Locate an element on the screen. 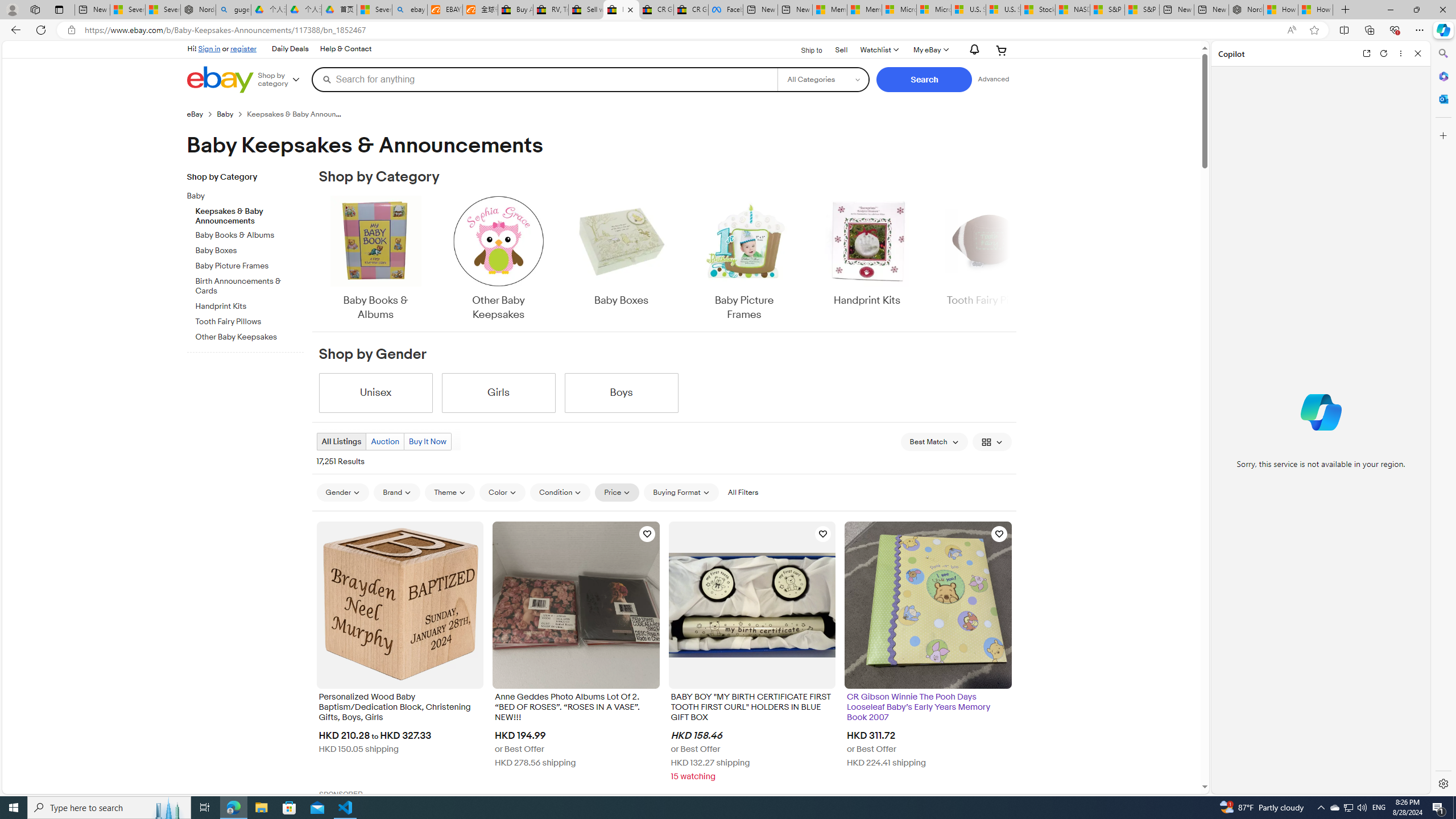 Image resolution: width=1456 pixels, height=819 pixels. 'Price' is located at coordinates (617, 492).